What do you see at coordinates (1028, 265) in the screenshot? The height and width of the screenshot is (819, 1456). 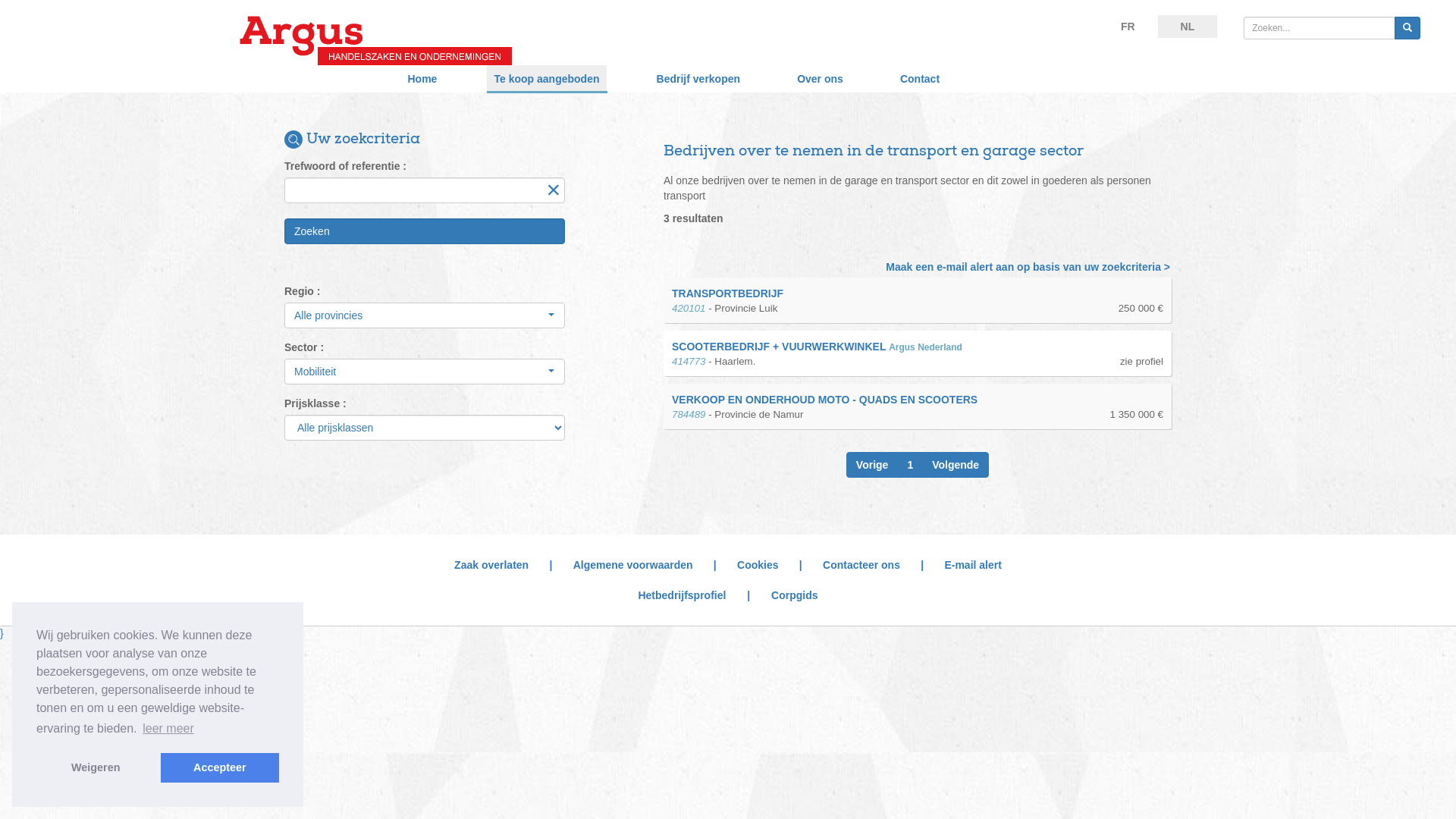 I see `'Maak een e-mail alert aan op basis van uw zoekcriteria >'` at bounding box center [1028, 265].